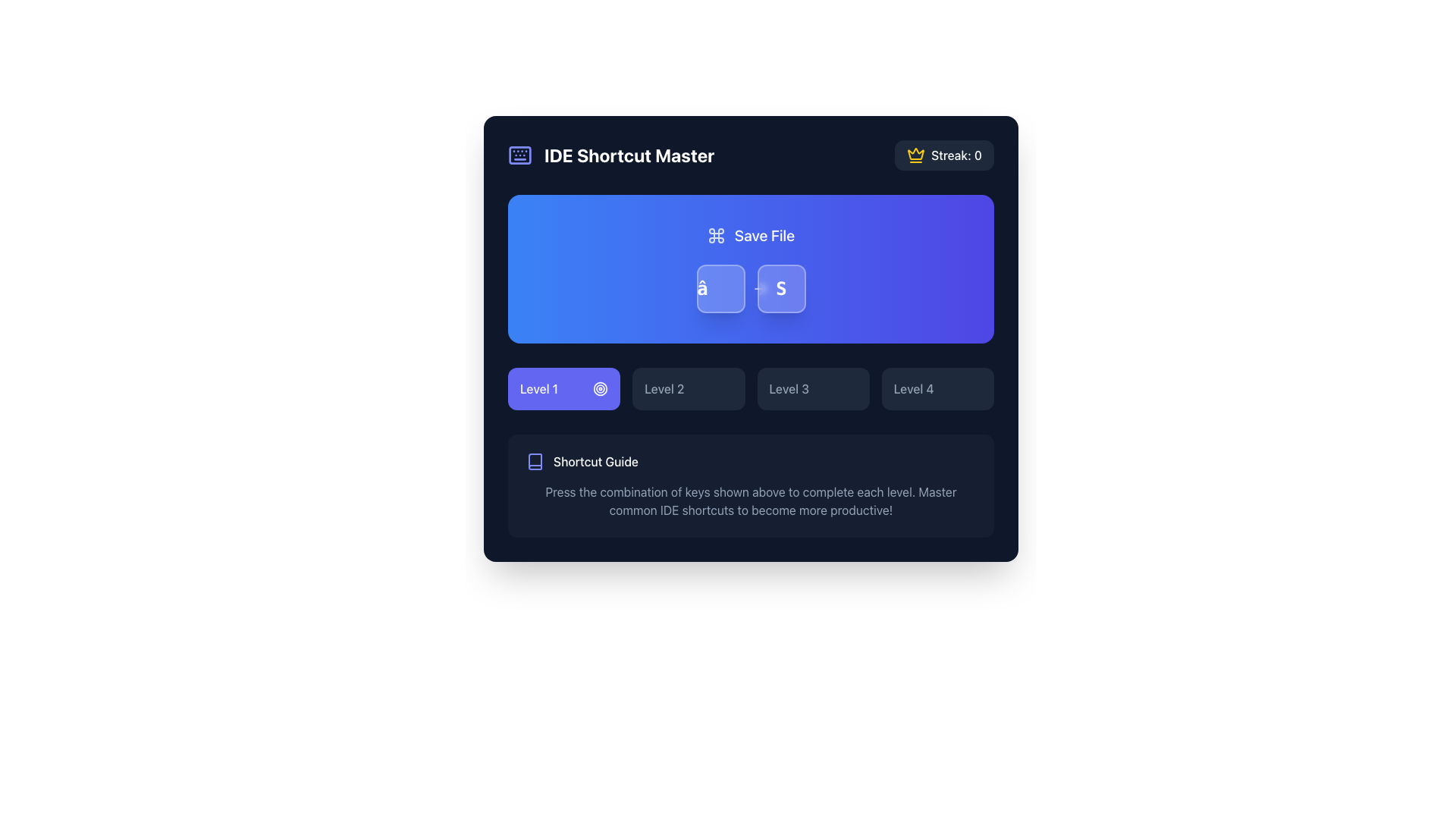 Image resolution: width=1456 pixels, height=819 pixels. Describe the element at coordinates (535, 461) in the screenshot. I see `the book-like icon with a dark indigo stroke, located next to the 'Shortcut Guide' text` at that location.